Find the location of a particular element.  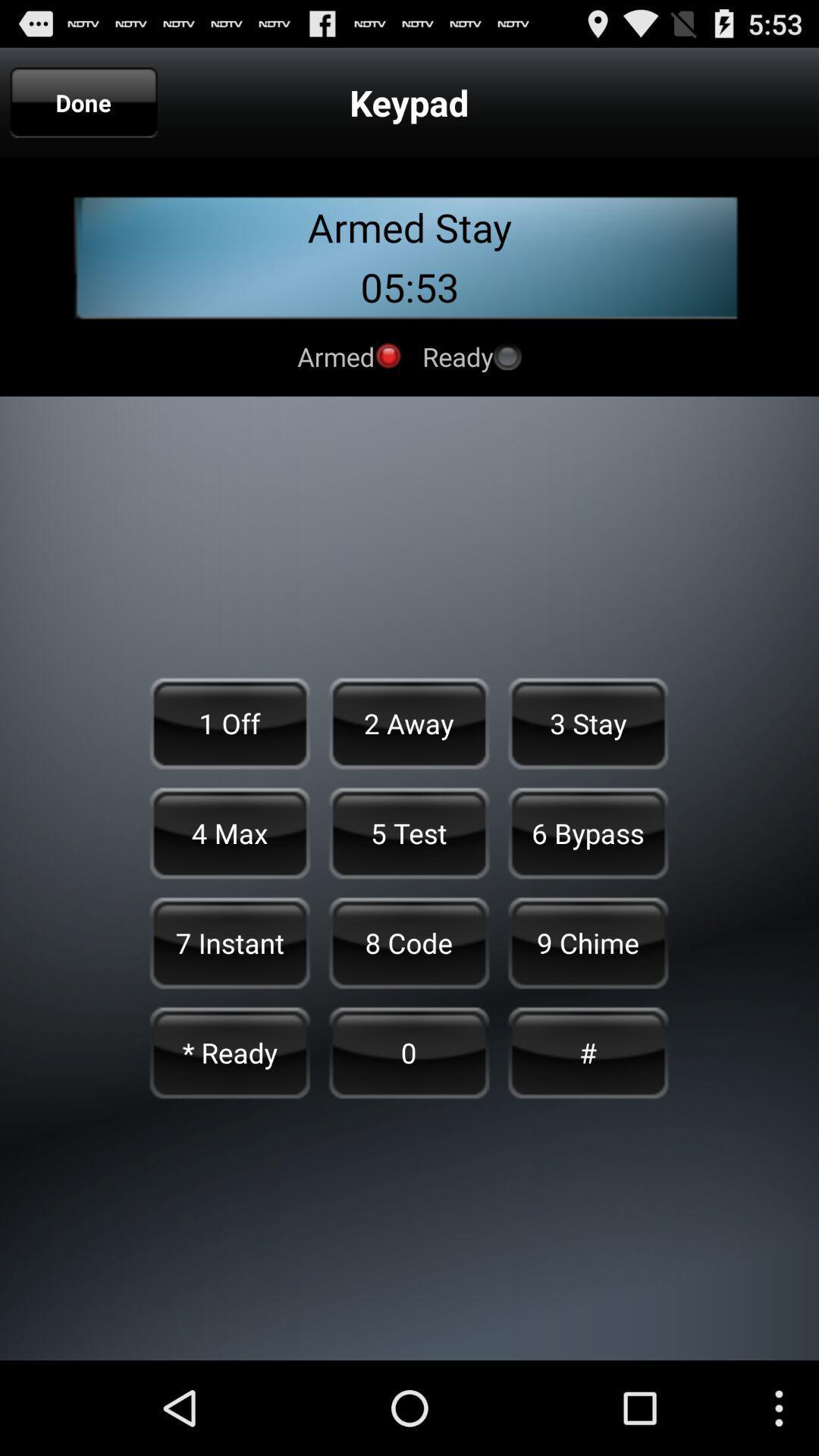

indicates armed status is located at coordinates (388, 355).